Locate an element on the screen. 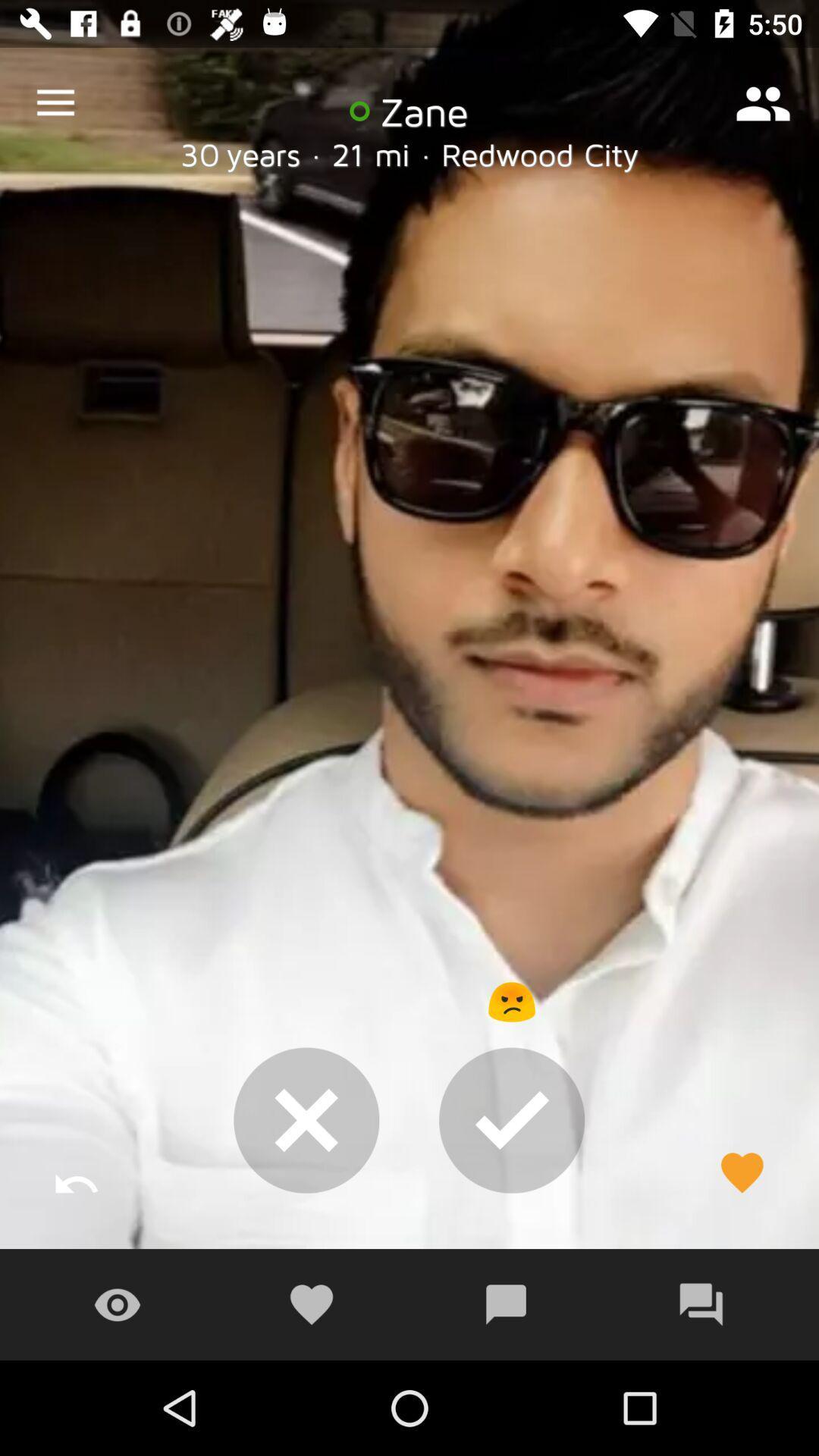 This screenshot has width=819, height=1456. the check icon is located at coordinates (512, 1120).